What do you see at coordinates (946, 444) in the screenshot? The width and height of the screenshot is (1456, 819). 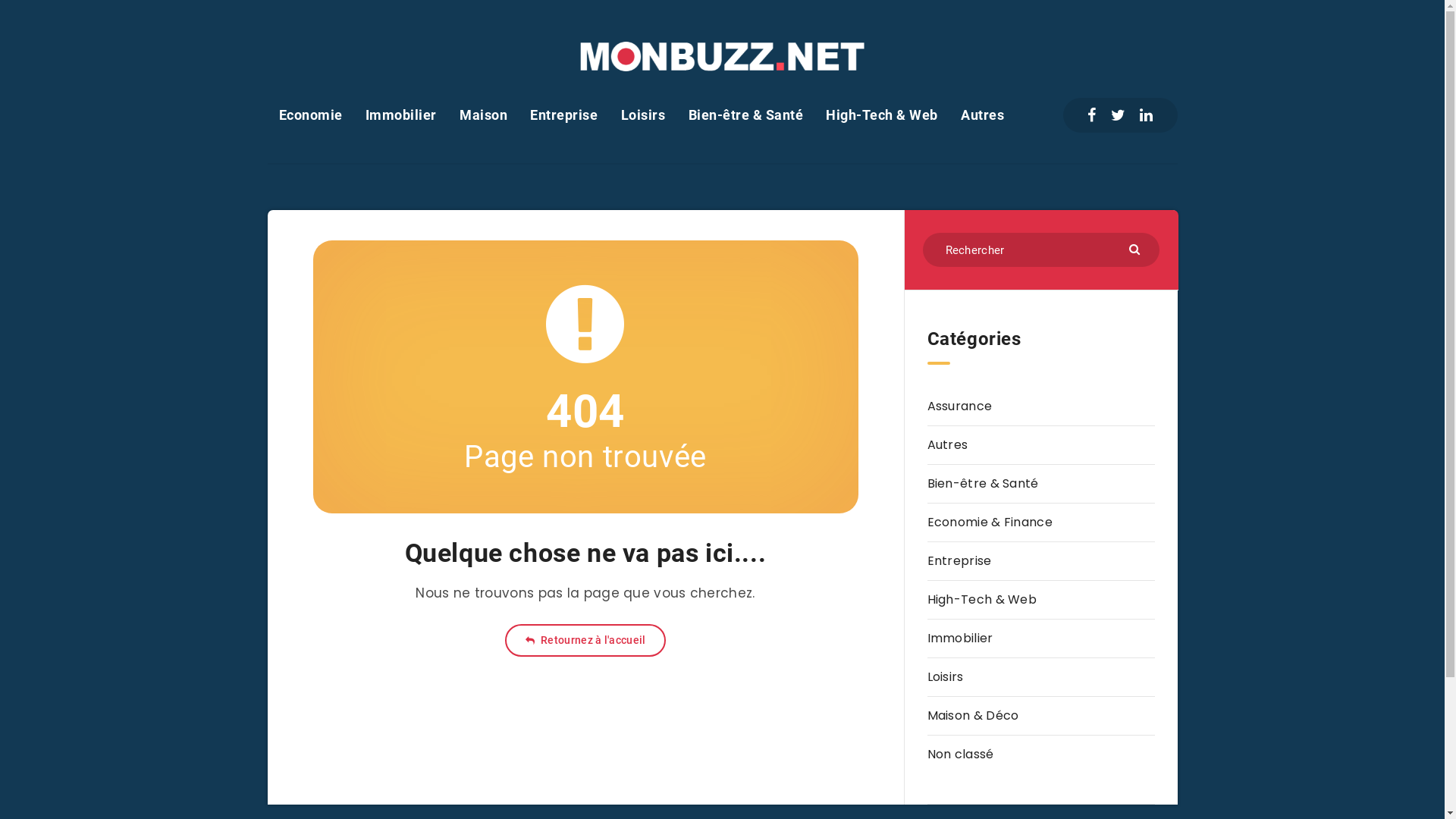 I see `'Autres'` at bounding box center [946, 444].